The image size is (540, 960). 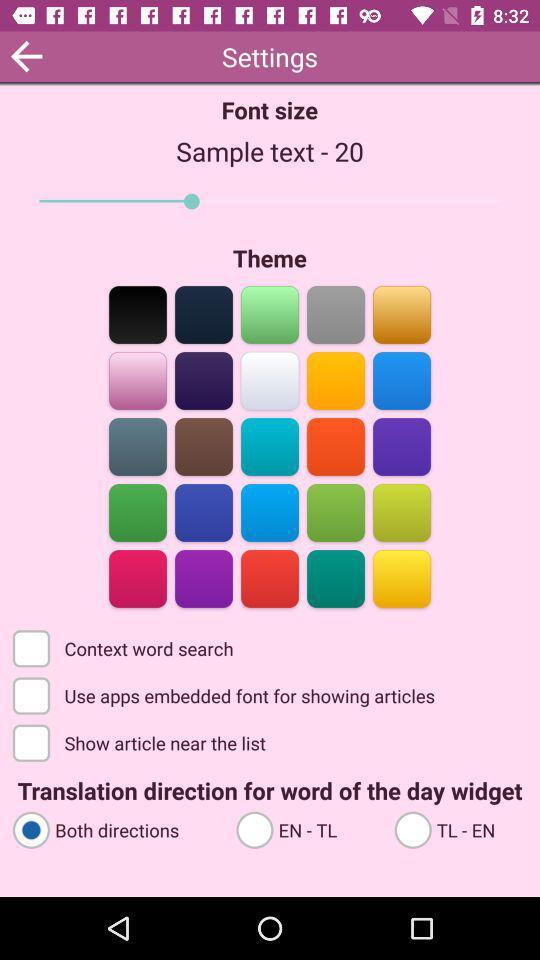 What do you see at coordinates (137, 445) in the screenshot?
I see `blue` at bounding box center [137, 445].